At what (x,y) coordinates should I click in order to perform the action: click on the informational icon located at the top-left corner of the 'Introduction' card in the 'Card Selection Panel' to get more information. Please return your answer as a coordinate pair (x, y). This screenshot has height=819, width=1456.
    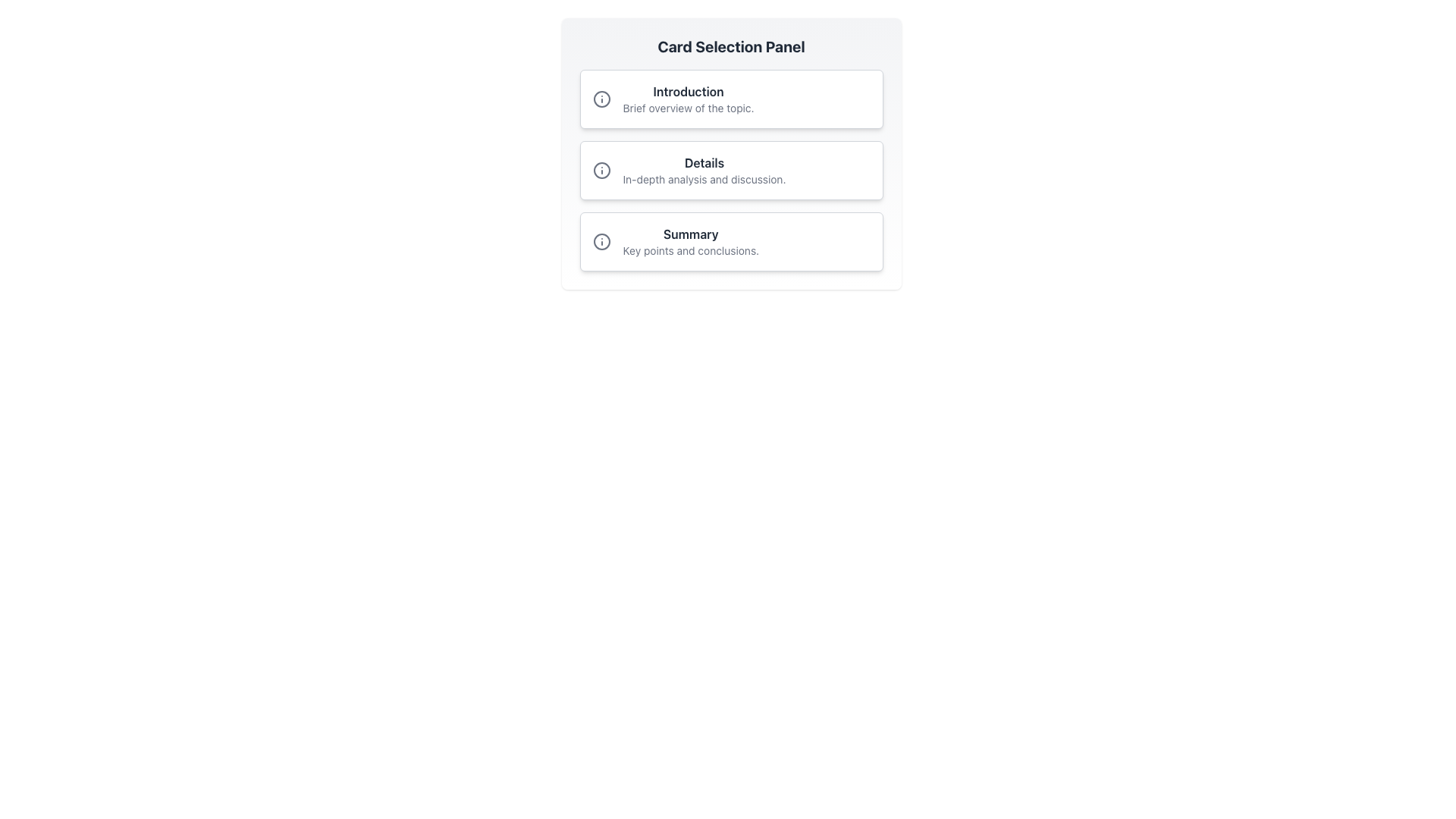
    Looking at the image, I should click on (601, 99).